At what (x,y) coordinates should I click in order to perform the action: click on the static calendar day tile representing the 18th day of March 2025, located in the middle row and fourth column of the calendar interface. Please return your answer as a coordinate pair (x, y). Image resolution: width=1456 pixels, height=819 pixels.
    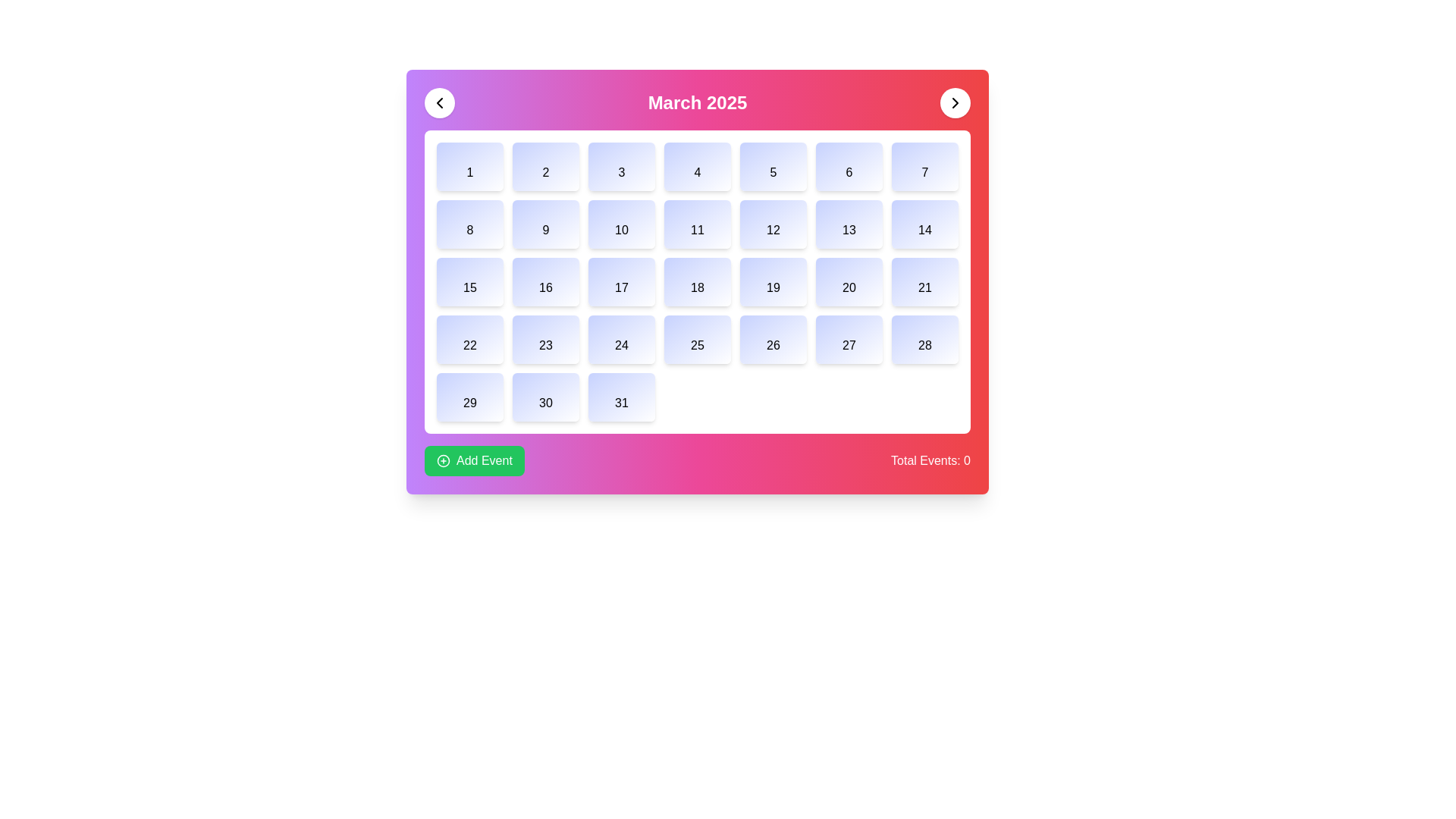
    Looking at the image, I should click on (697, 281).